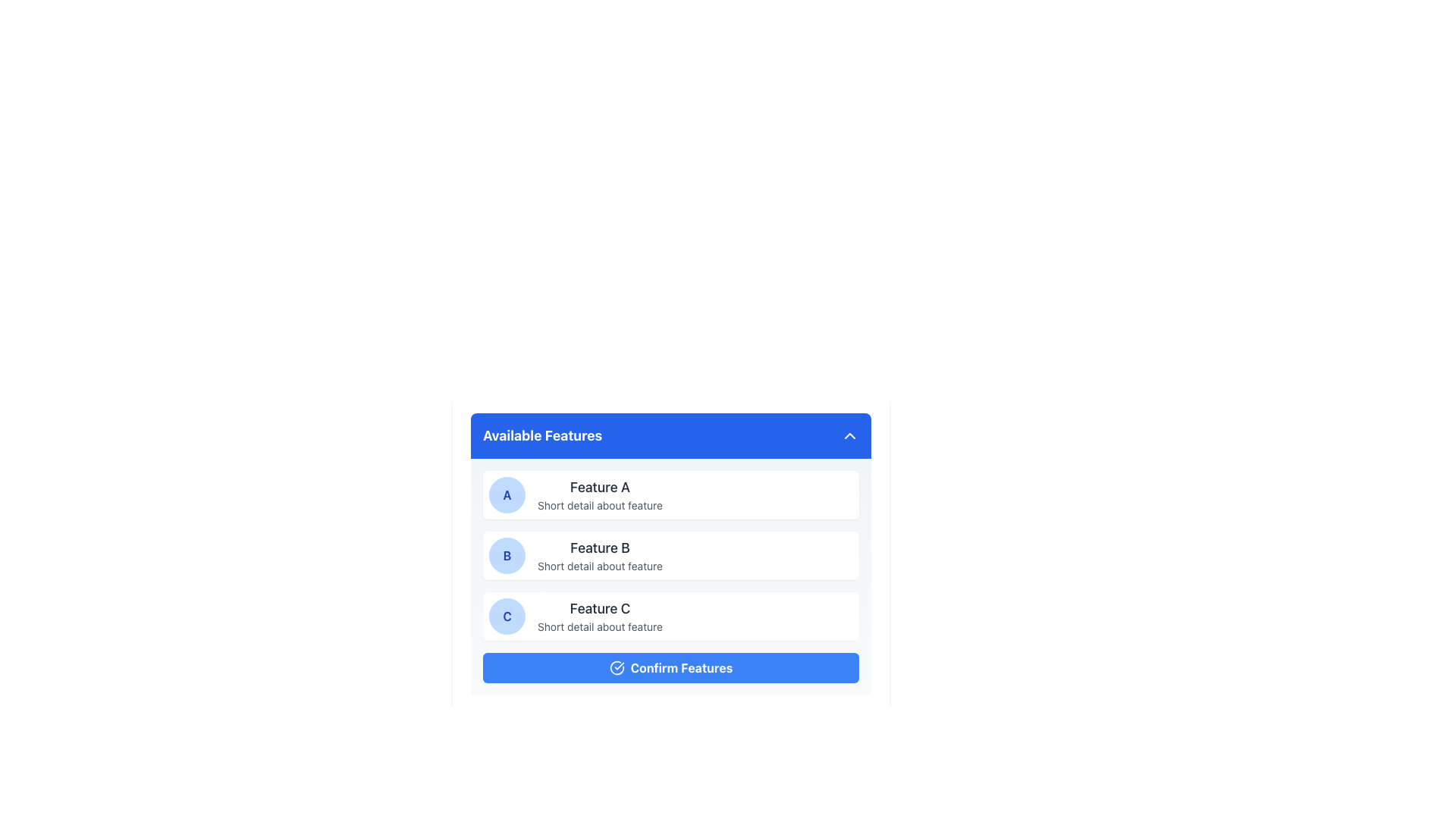 The height and width of the screenshot is (819, 1456). What do you see at coordinates (670, 494) in the screenshot?
I see `the first Feature card that displays 'Feature A' in the vertical list of available features` at bounding box center [670, 494].